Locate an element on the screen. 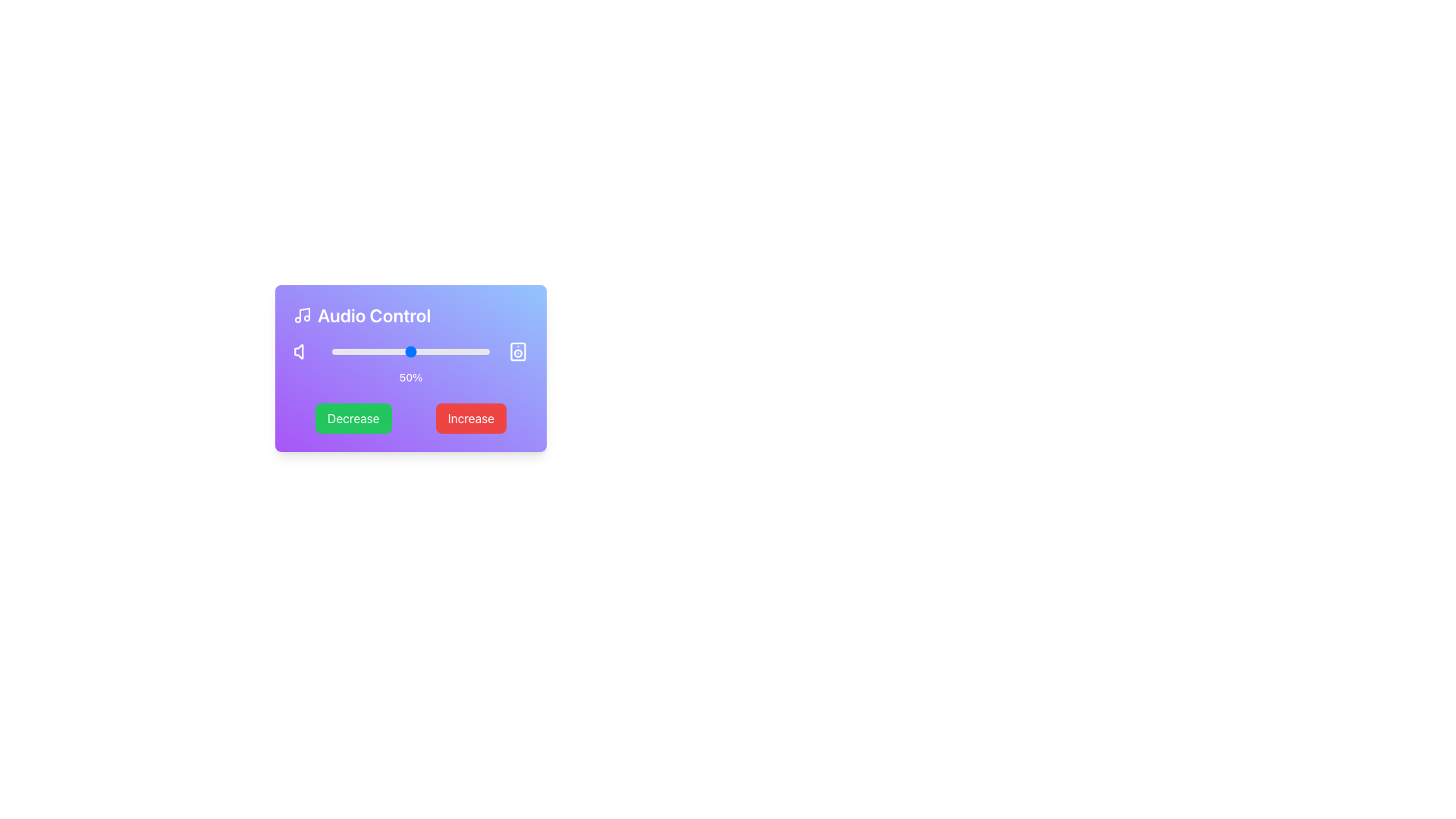 The height and width of the screenshot is (819, 1456). the increase button located at the bottom right corner of the card-like interface is located at coordinates (470, 418).